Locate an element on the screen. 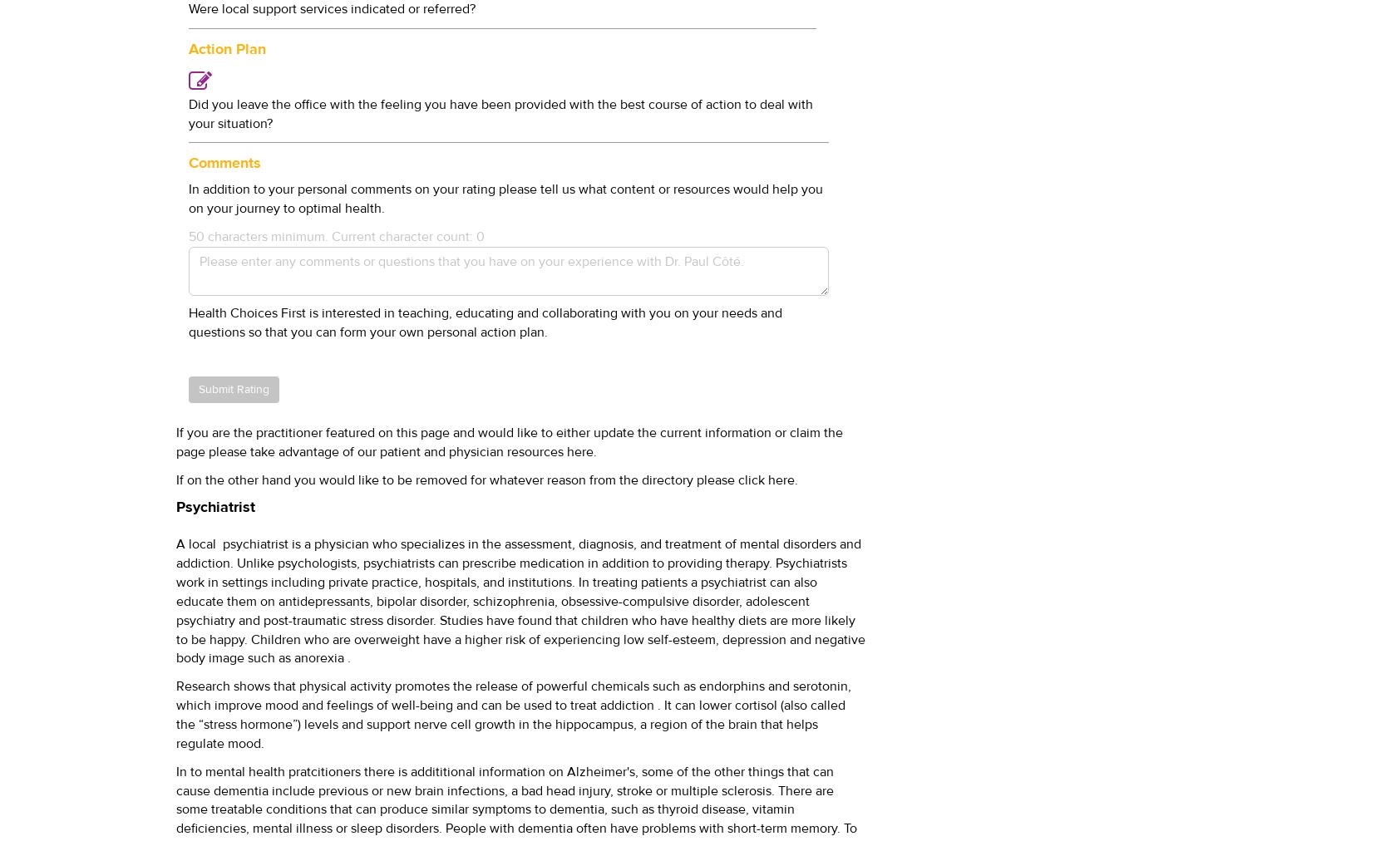 This screenshot has width=1400, height=841. '50 characters minimum. Current character count:' is located at coordinates (189, 234).